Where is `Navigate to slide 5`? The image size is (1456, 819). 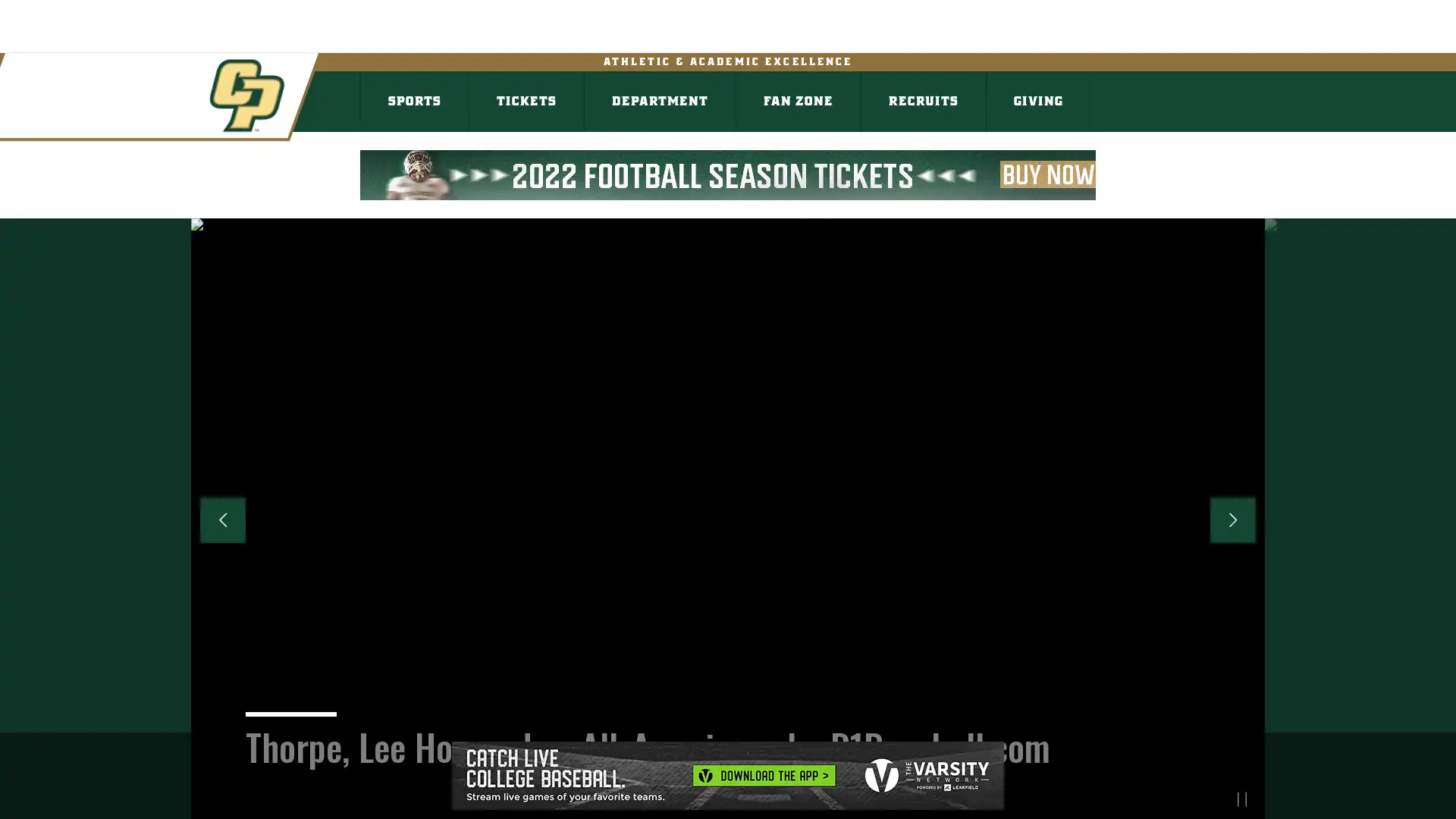 Navigate to slide 5 is located at coordinates (768, 798).